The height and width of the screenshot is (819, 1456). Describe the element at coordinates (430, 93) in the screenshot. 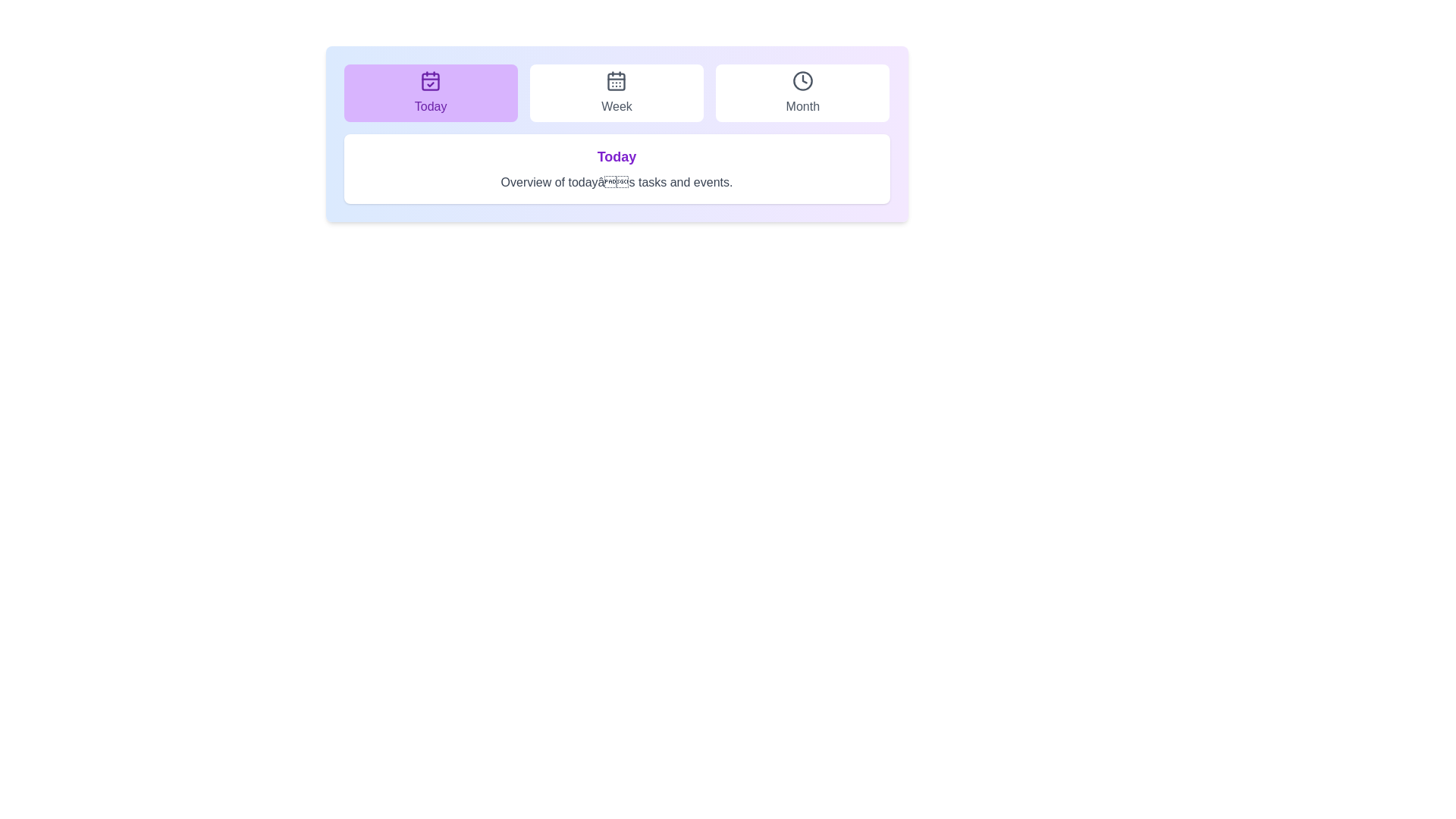

I see `the tab labeled Today to view its associated content` at that location.